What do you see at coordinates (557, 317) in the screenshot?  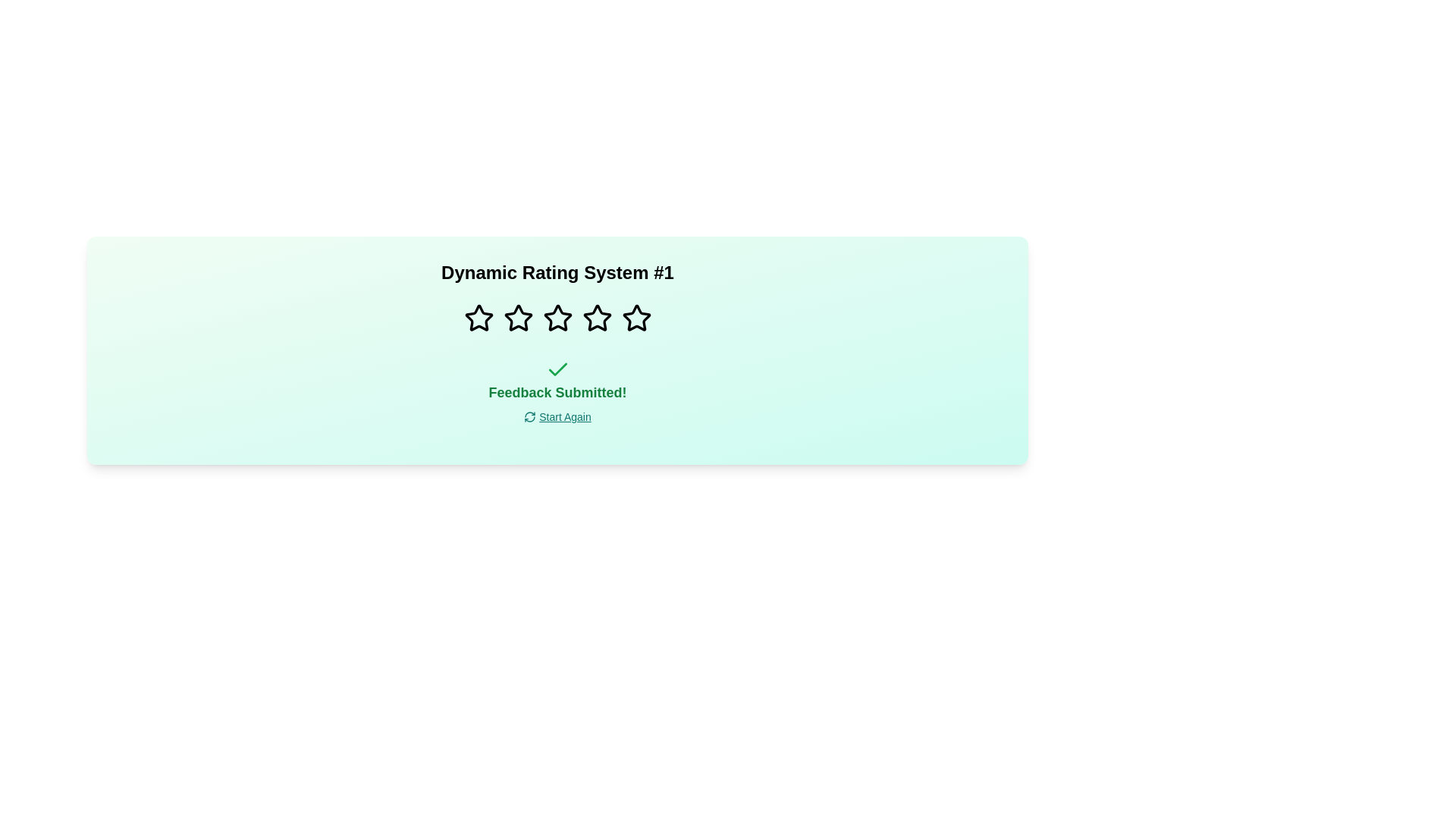 I see `the third star icon in the rating system to trigger the highlight effect` at bounding box center [557, 317].